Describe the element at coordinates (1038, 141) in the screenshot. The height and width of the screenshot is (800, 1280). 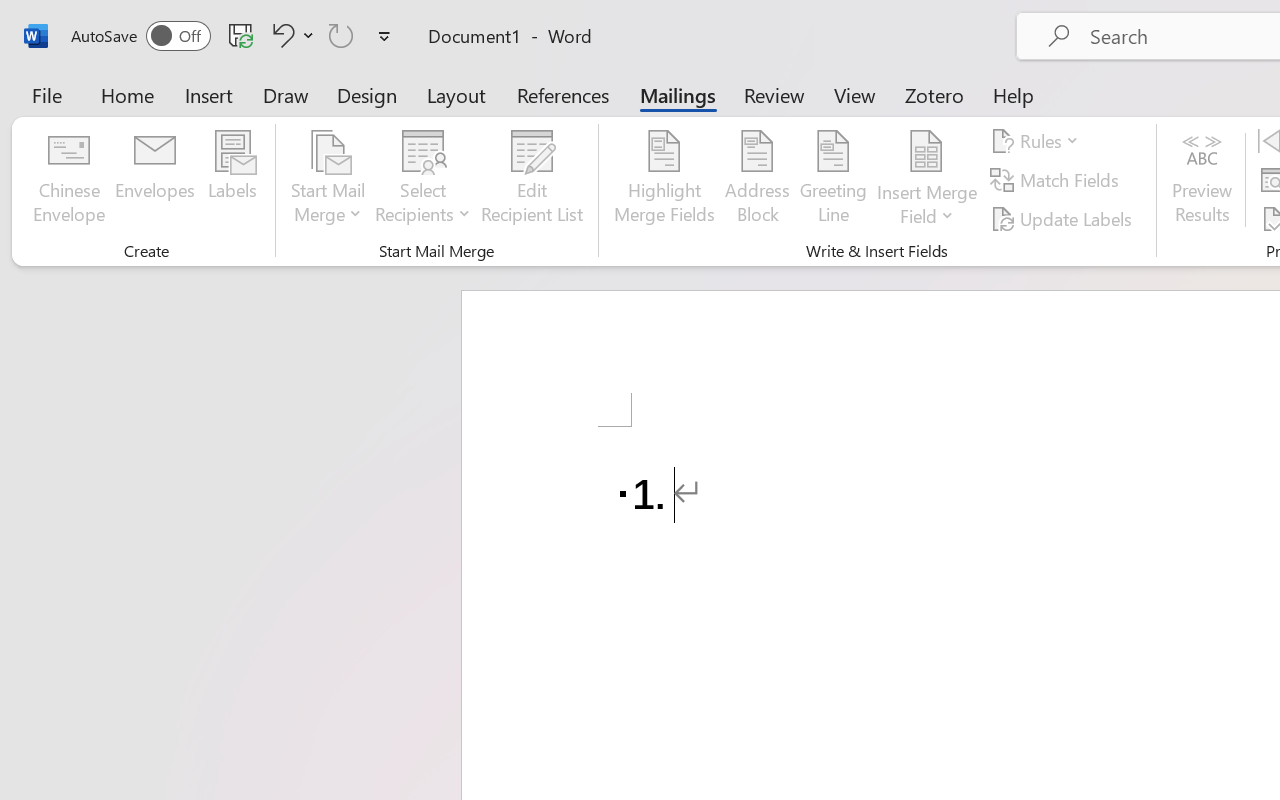
I see `'Rules'` at that location.